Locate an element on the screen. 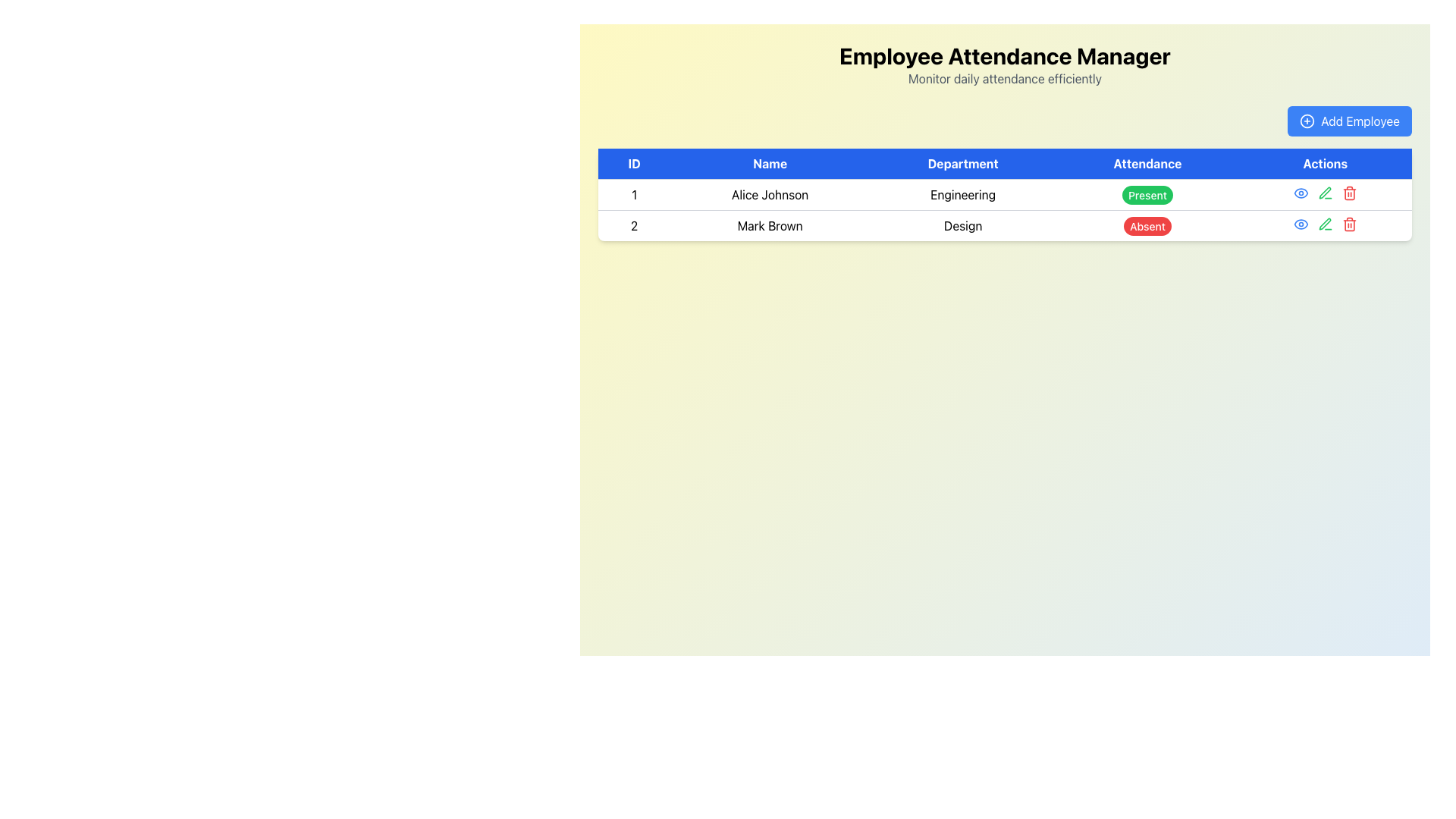  text label that displays the name 'Alice Johnson', which is located in the second cell of the first row of the table under the 'Name' column is located at coordinates (770, 194).